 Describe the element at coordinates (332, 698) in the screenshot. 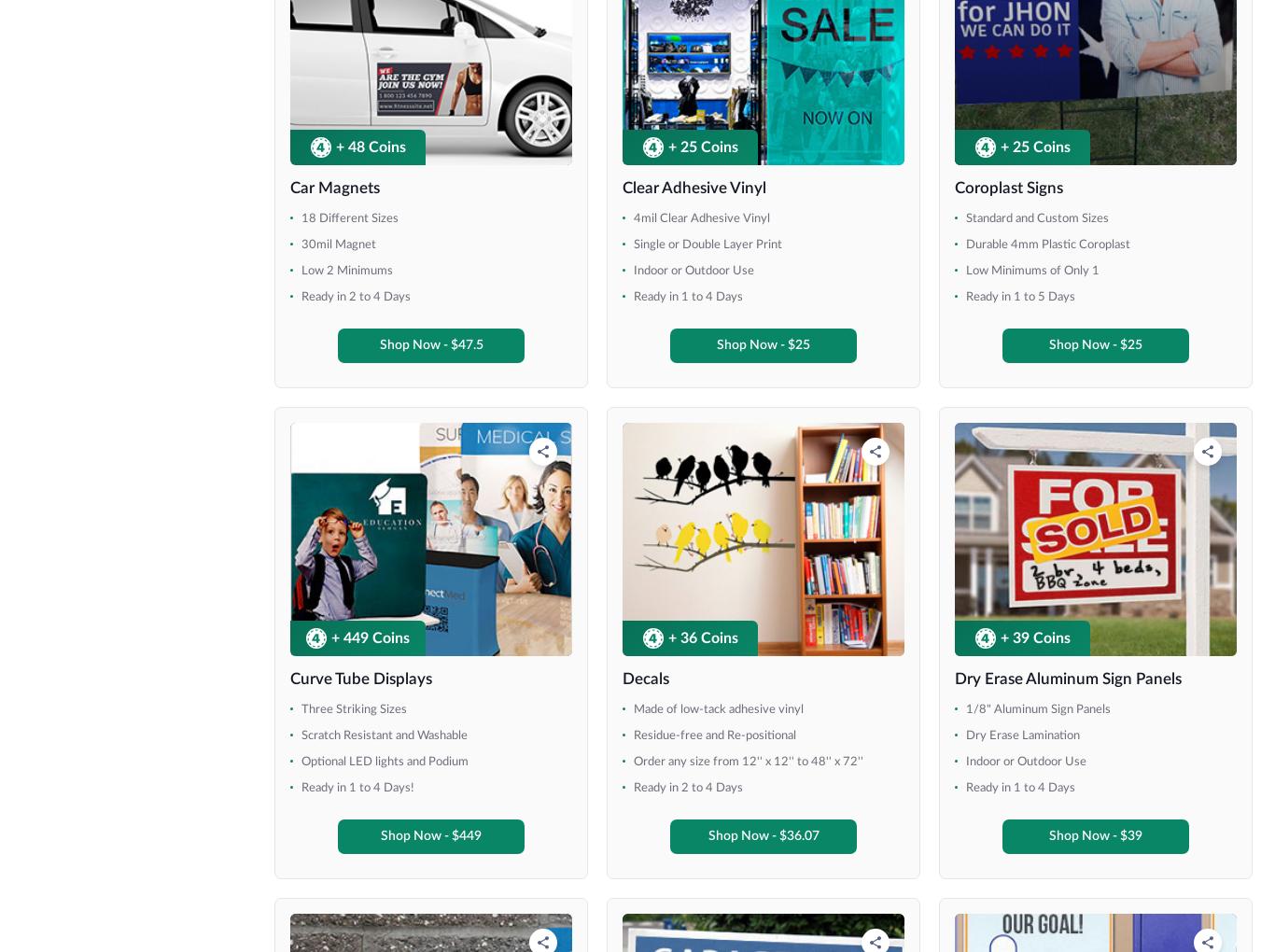

I see `'Stickers & Labels'` at that location.